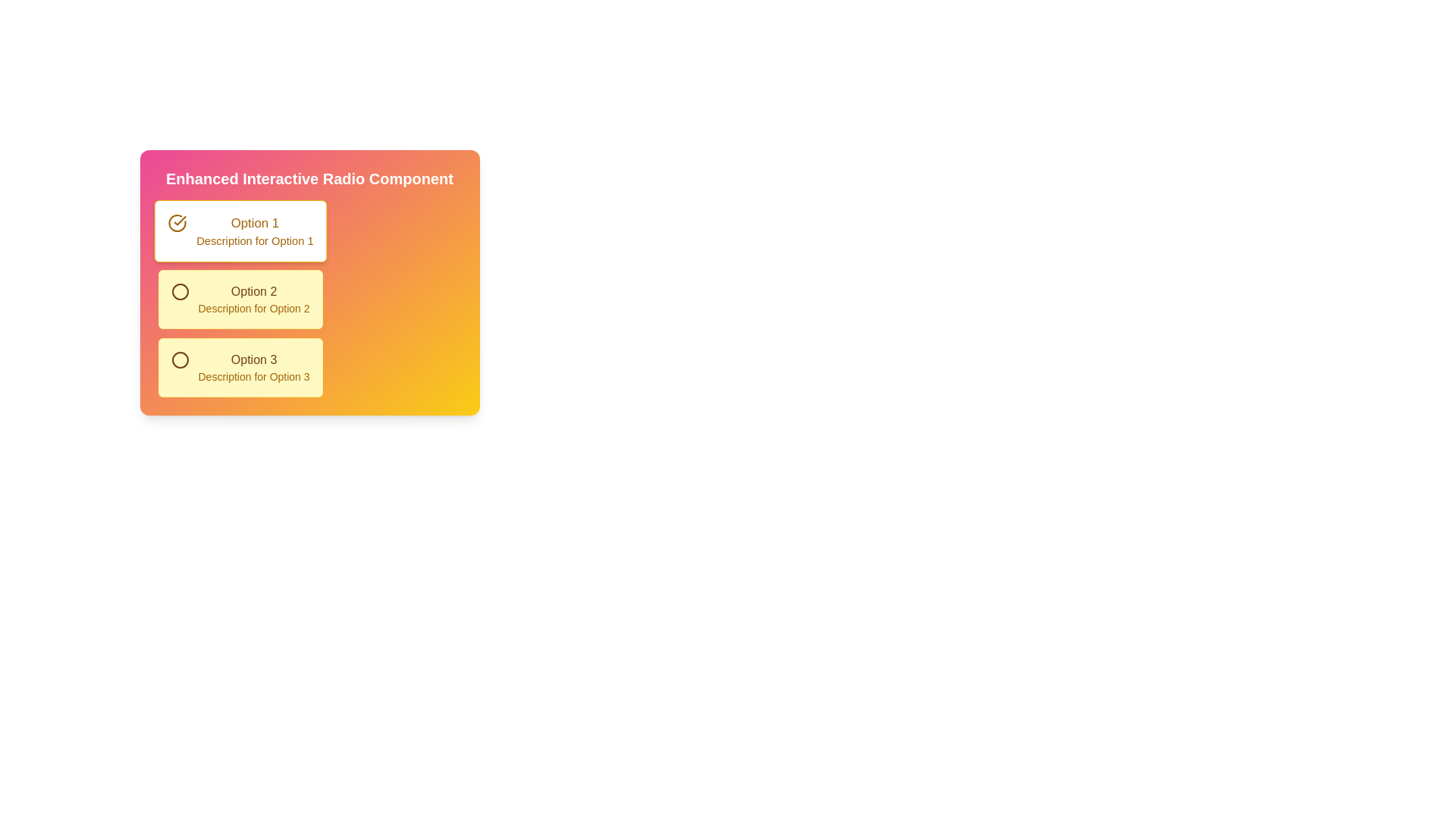 This screenshot has width=1456, height=819. I want to click on the Radio button indicator located in the third row of the vertically stacked radio button component, to the left of the 'Option 3' label, so click(180, 359).